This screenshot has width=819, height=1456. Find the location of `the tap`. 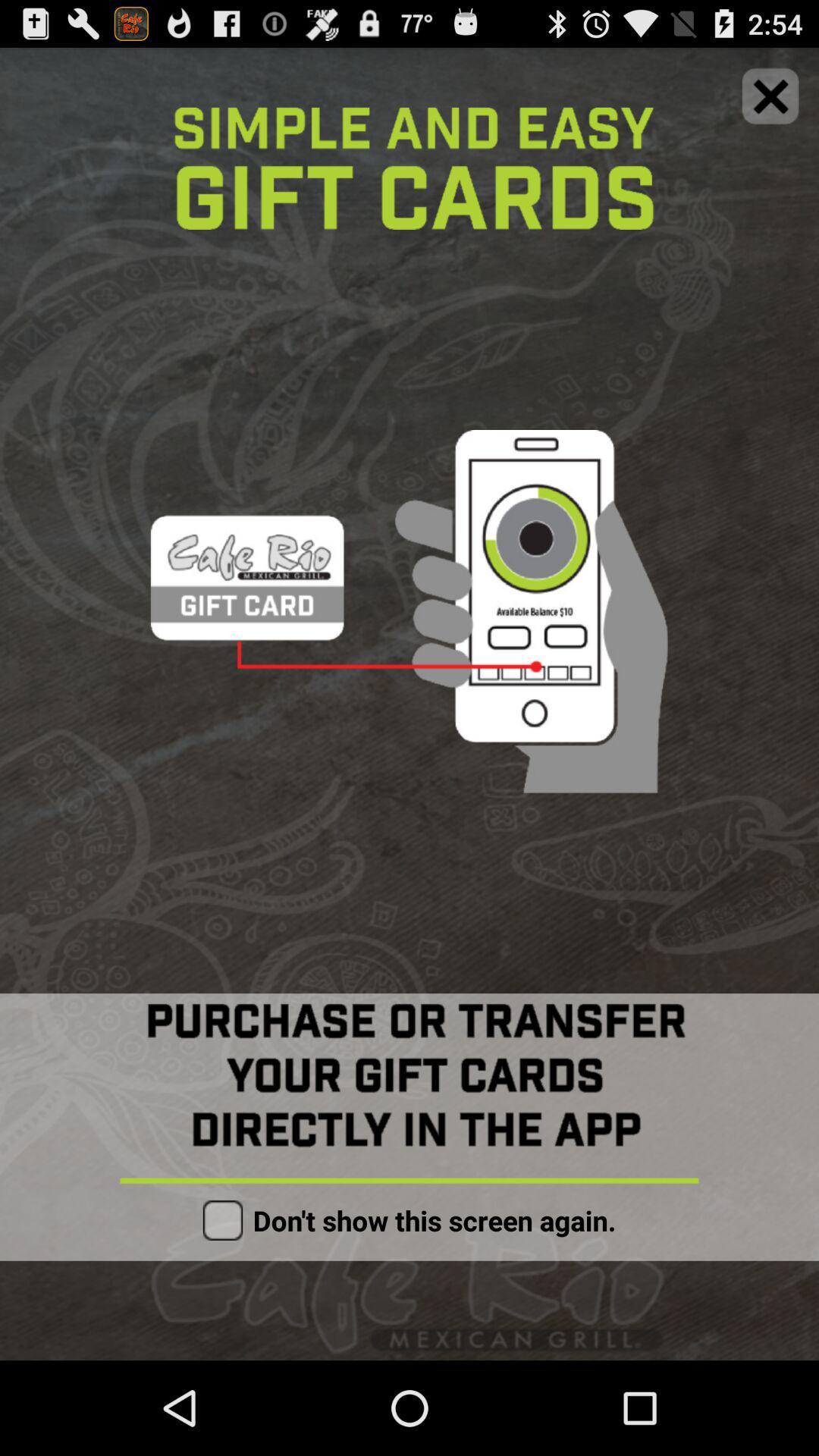

the tap is located at coordinates (770, 95).